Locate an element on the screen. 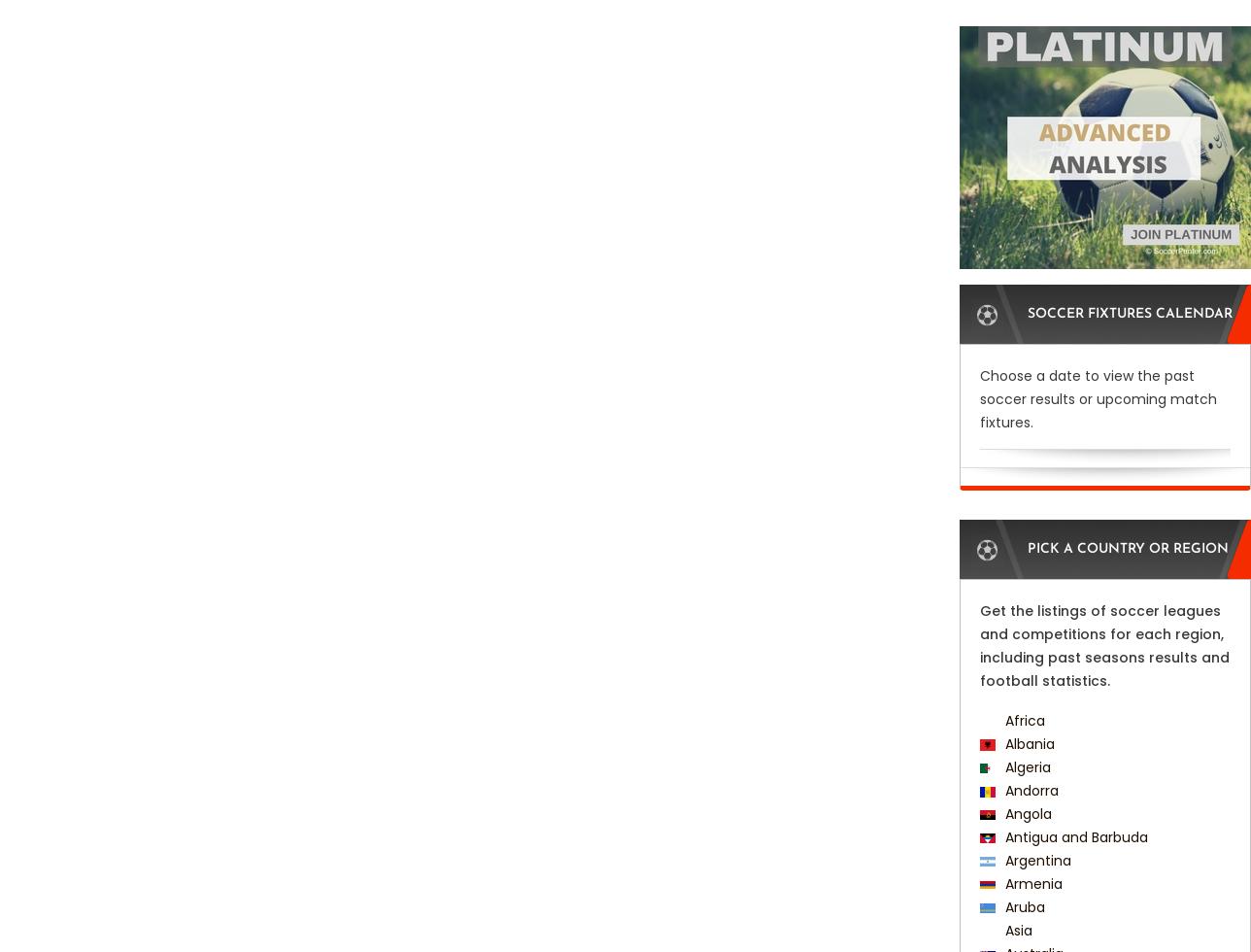 This screenshot has width=1251, height=952. 'Get the listings of soccer leagues and competitions for each region, including past                     seasons results and football statistics.' is located at coordinates (1104, 646).